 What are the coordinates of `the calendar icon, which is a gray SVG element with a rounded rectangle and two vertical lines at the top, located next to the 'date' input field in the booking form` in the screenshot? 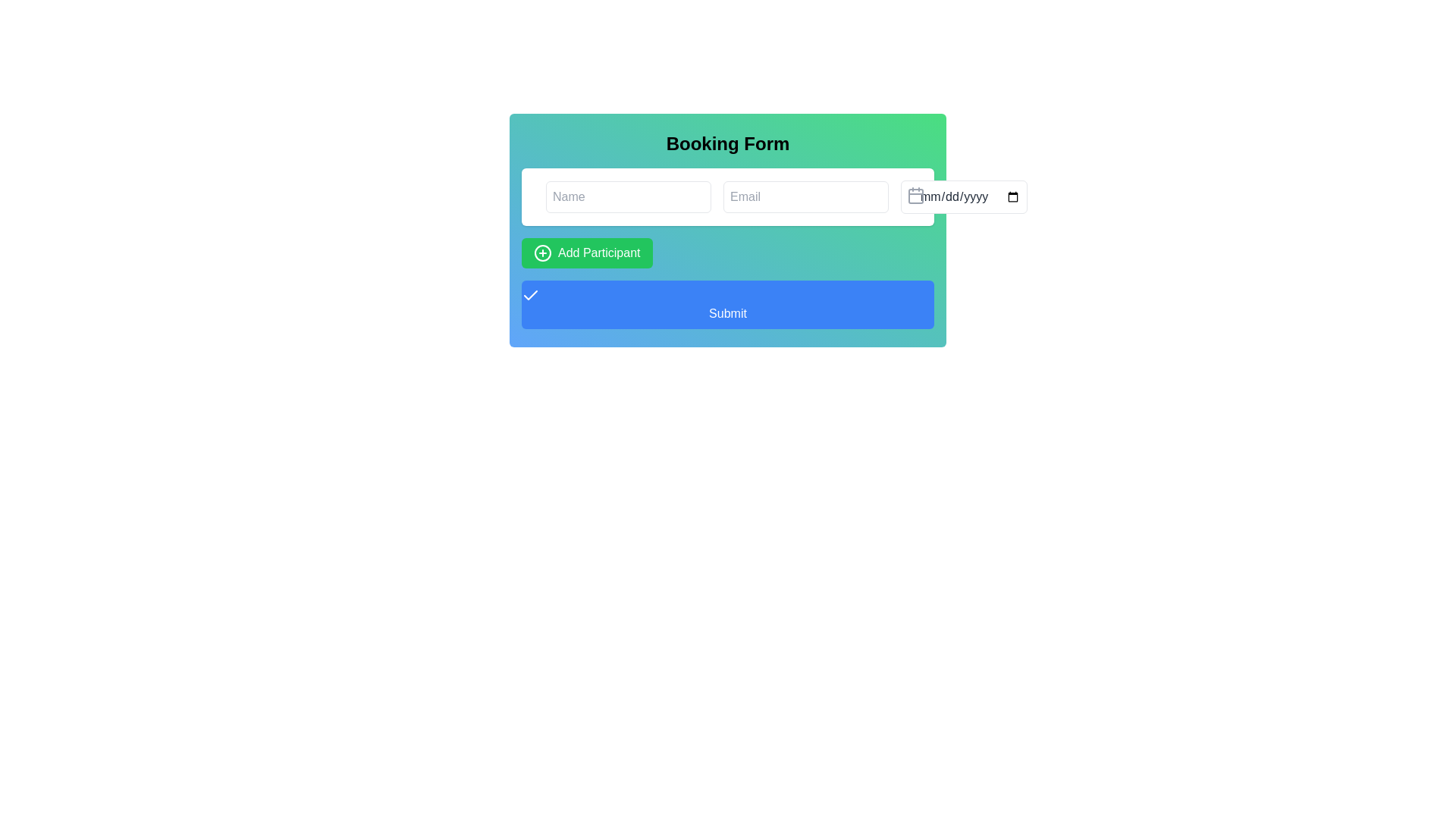 It's located at (915, 195).